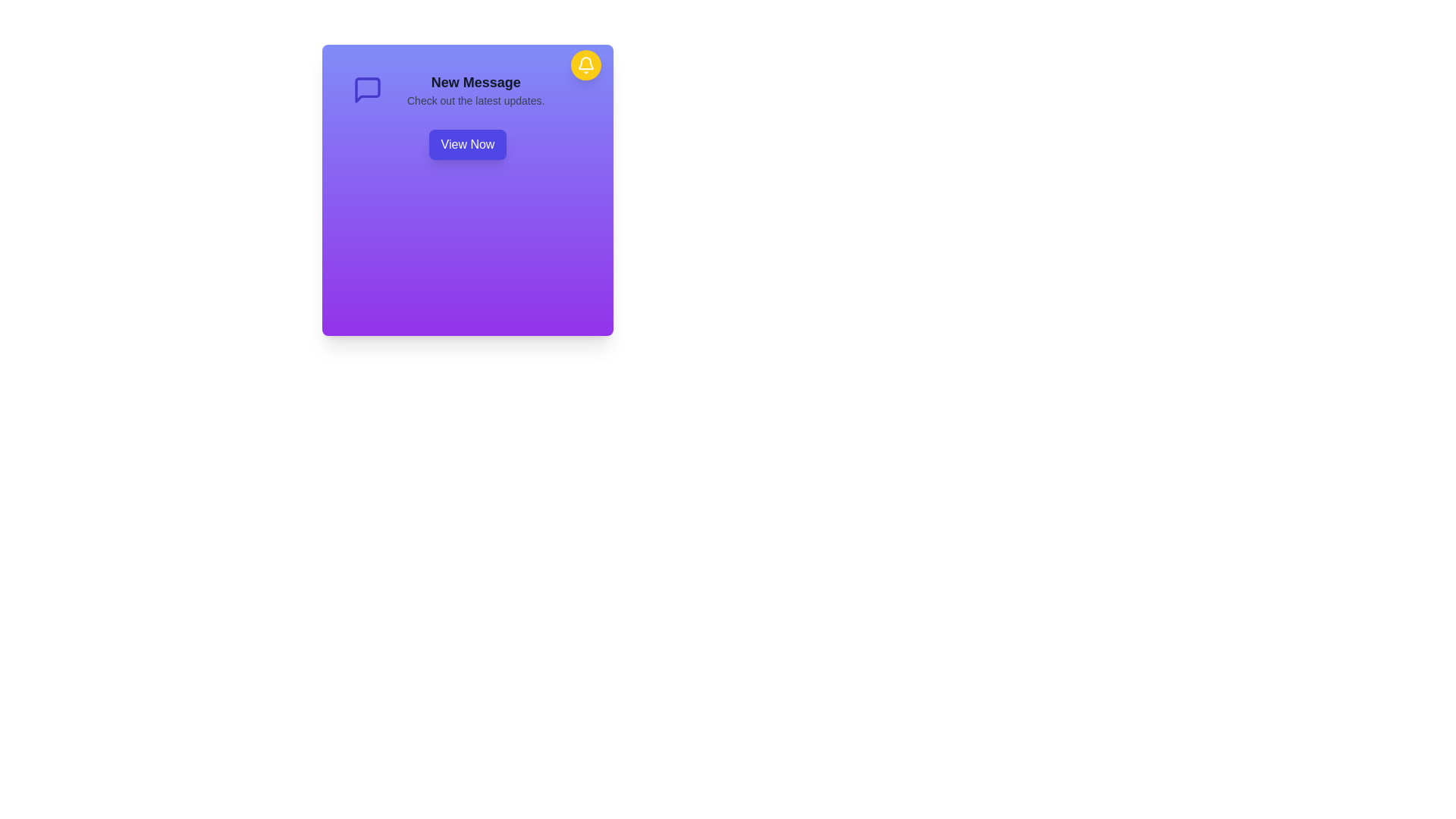  What do you see at coordinates (585, 69) in the screenshot?
I see `the circular notification button with a yellow background and white bell icon` at bounding box center [585, 69].